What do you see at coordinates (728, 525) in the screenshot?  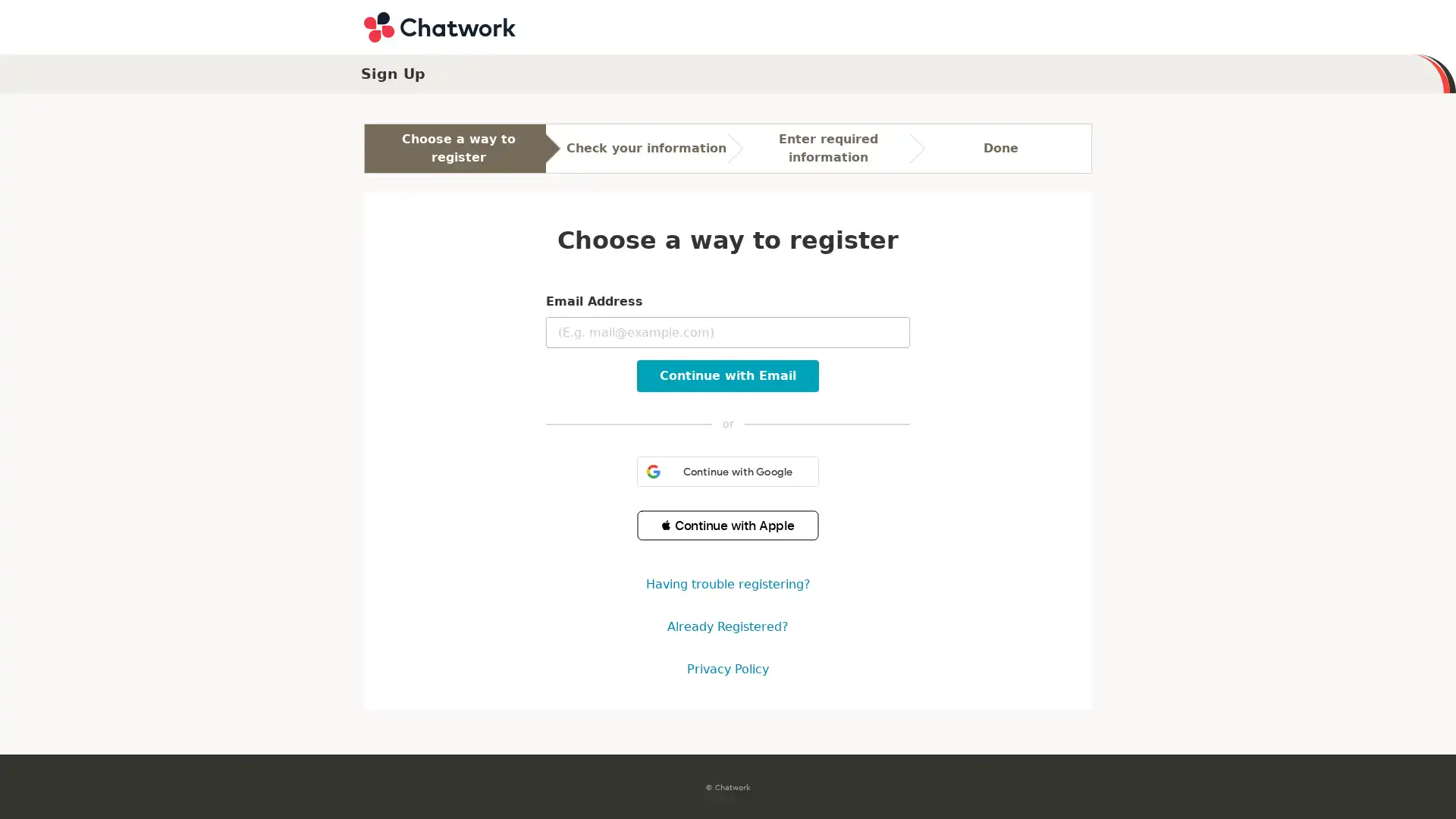 I see `Continue with Apple` at bounding box center [728, 525].